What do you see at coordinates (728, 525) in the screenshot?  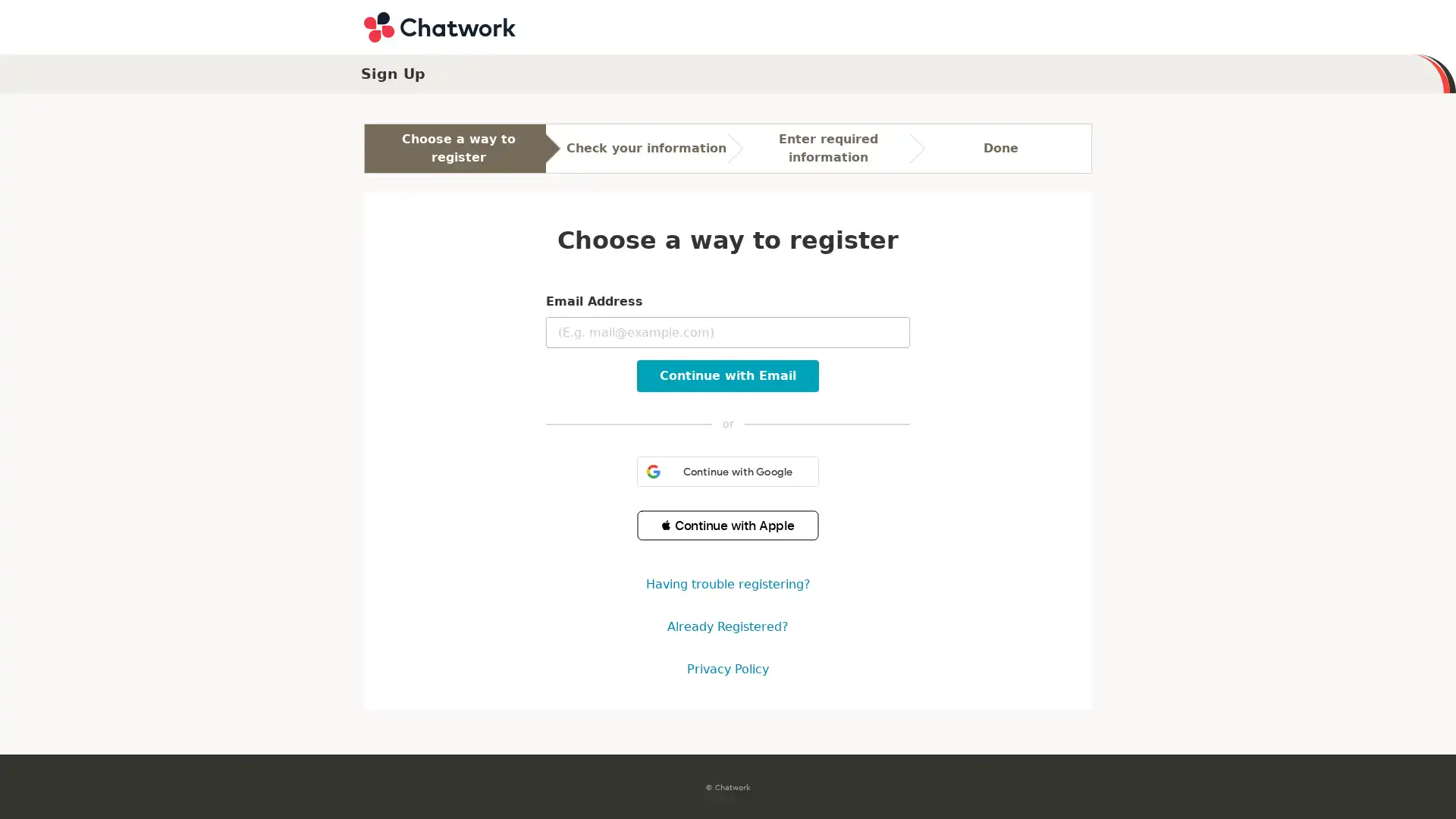 I see `Continue with Apple` at bounding box center [728, 525].